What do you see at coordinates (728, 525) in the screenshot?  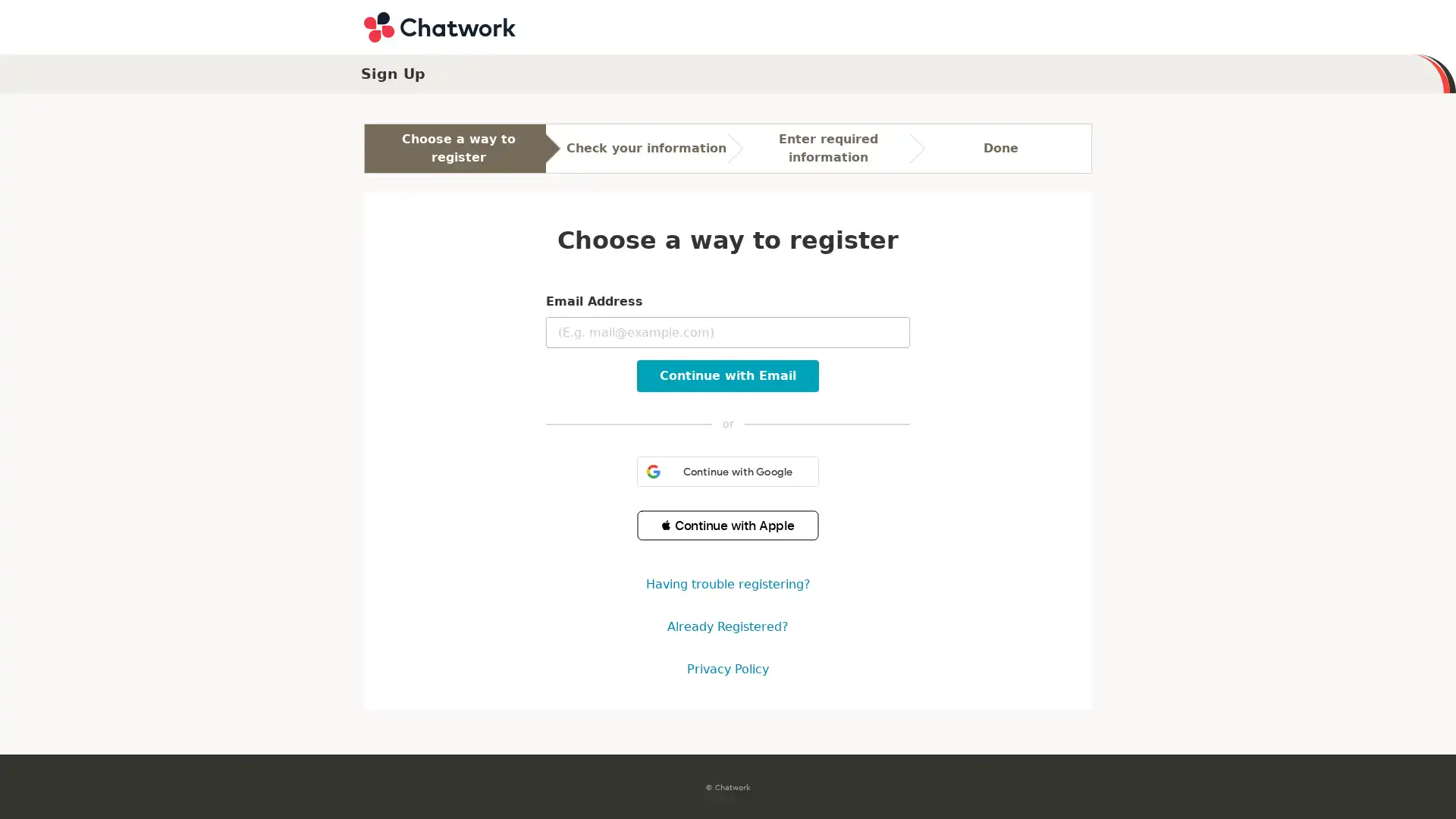 I see `Continue with Apple` at bounding box center [728, 525].